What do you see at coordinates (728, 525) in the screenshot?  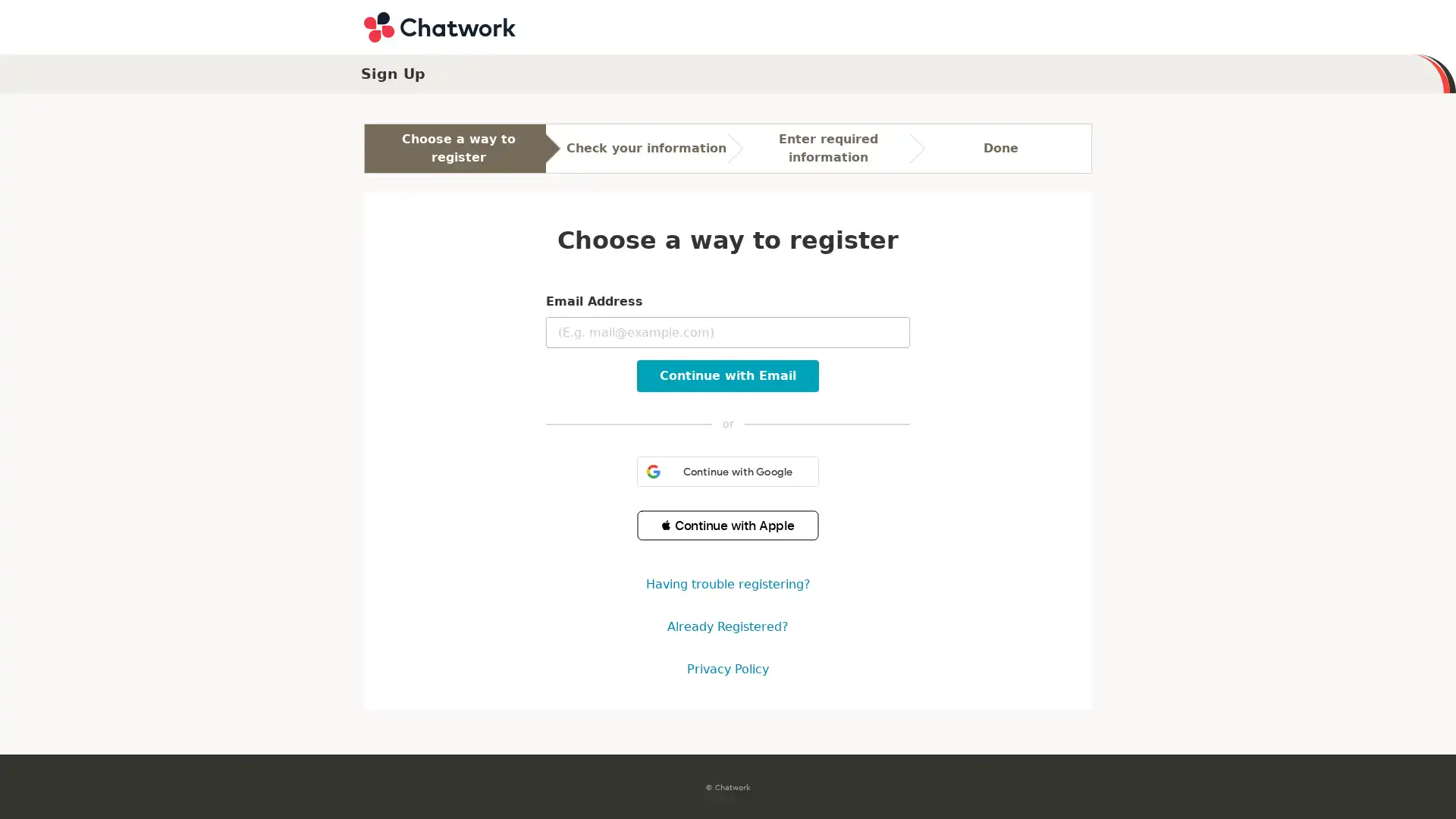 I see `Continue with Apple` at bounding box center [728, 525].